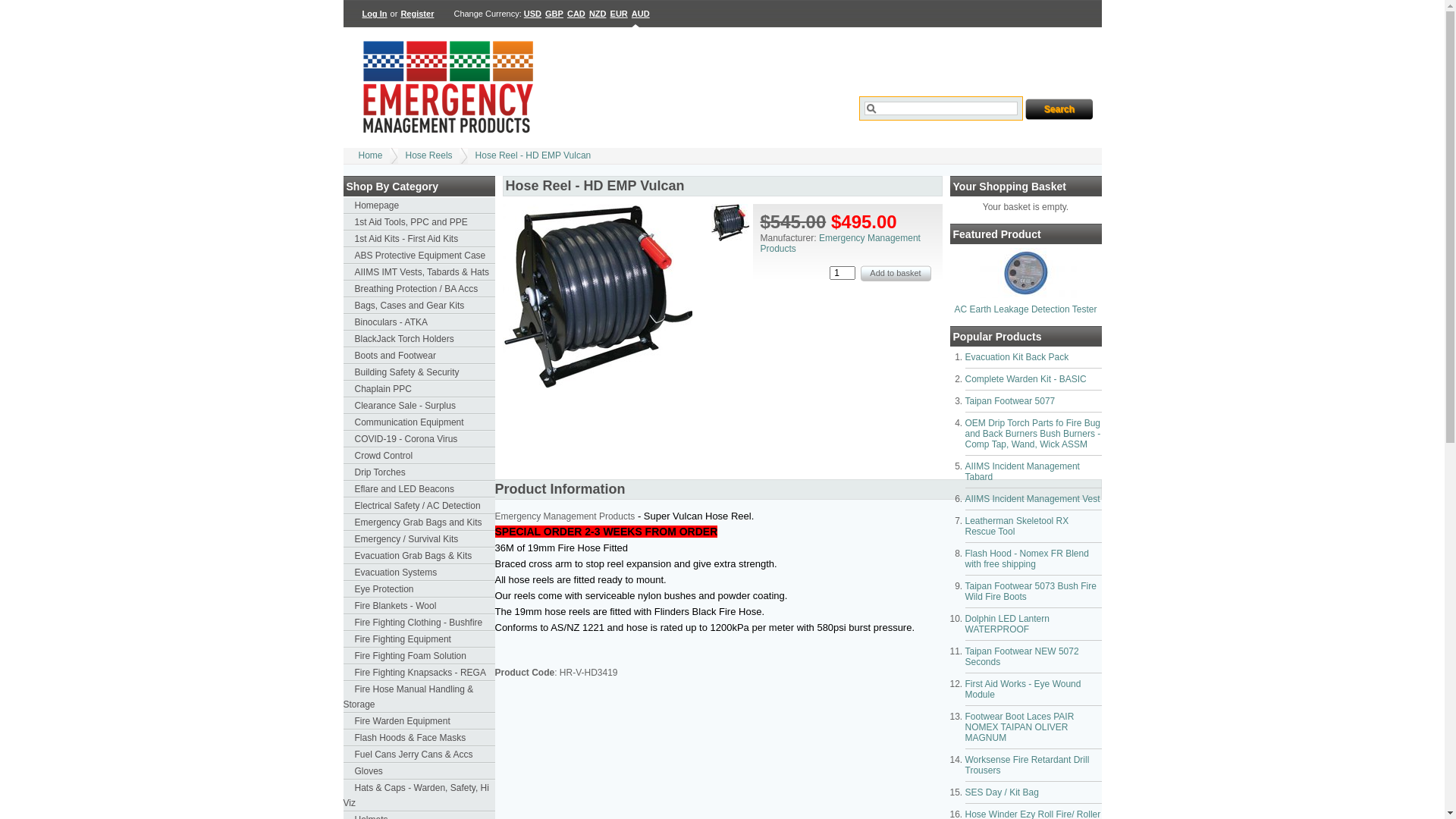 The image size is (1456, 819). Describe the element at coordinates (1021, 656) in the screenshot. I see `'Taipan Footwear NEW 5072 Seconds'` at that location.